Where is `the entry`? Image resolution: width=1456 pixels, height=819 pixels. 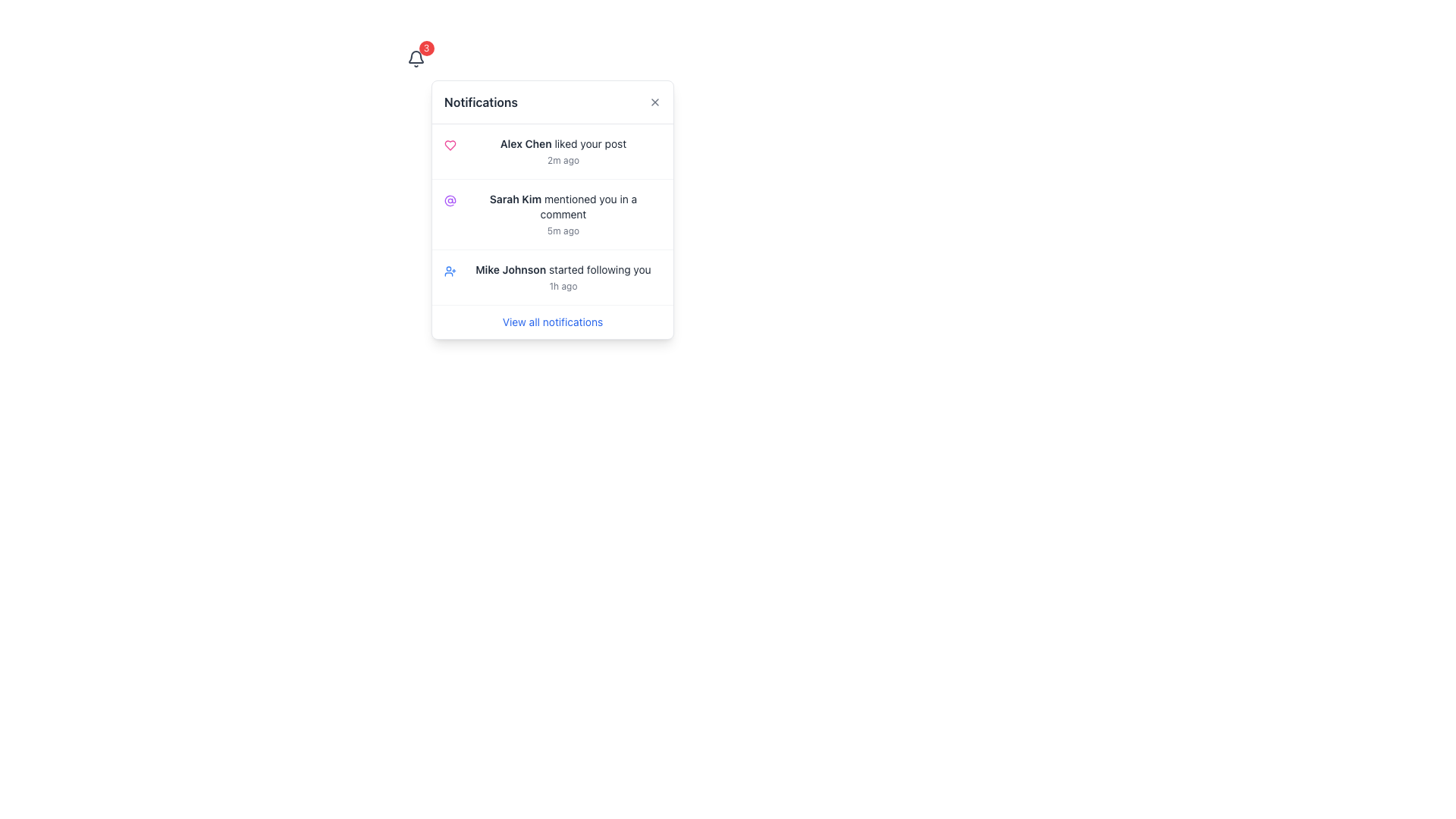 the entry is located at coordinates (552, 214).